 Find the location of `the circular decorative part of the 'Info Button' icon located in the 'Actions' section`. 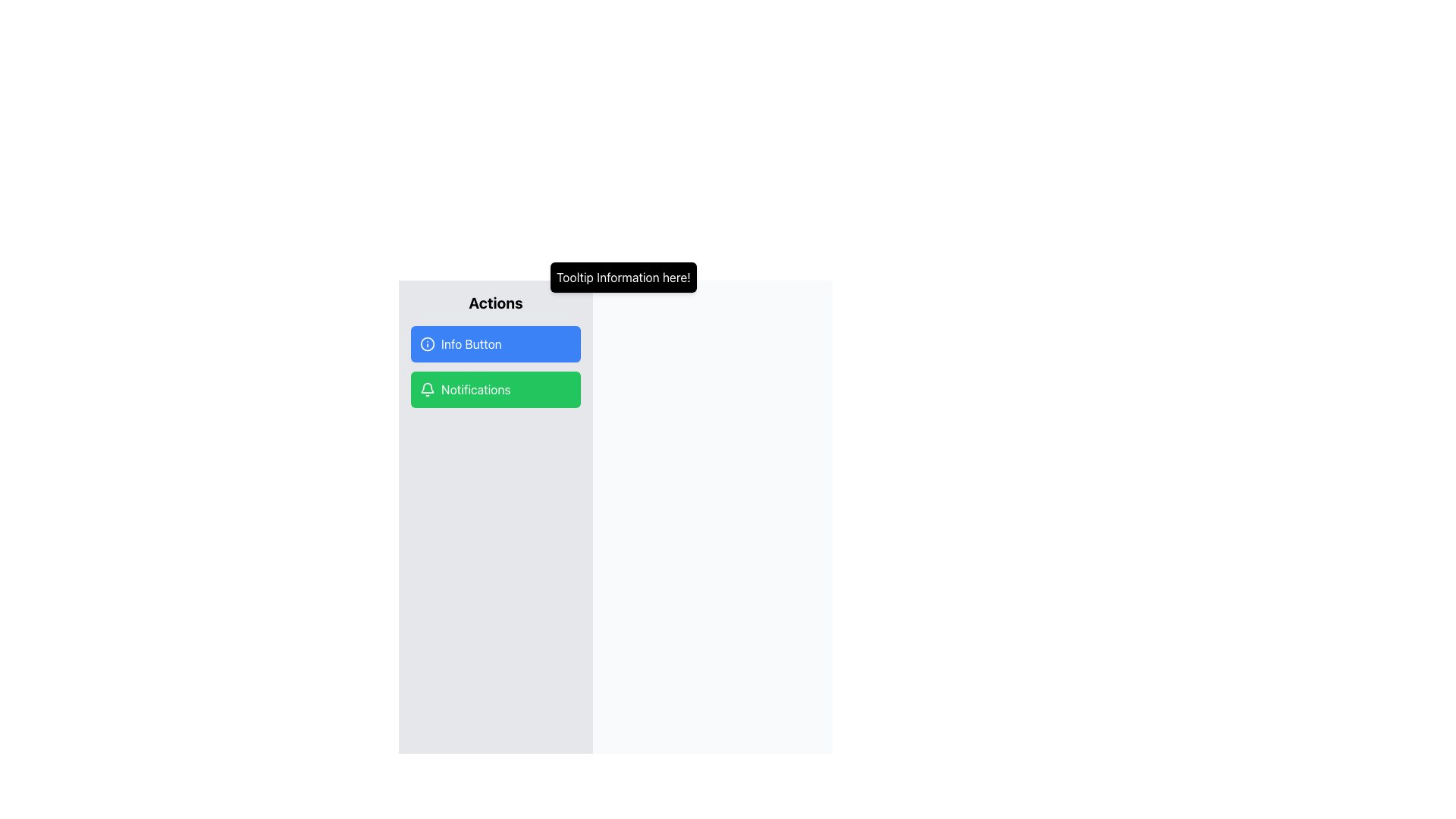

the circular decorative part of the 'Info Button' icon located in the 'Actions' section is located at coordinates (427, 344).